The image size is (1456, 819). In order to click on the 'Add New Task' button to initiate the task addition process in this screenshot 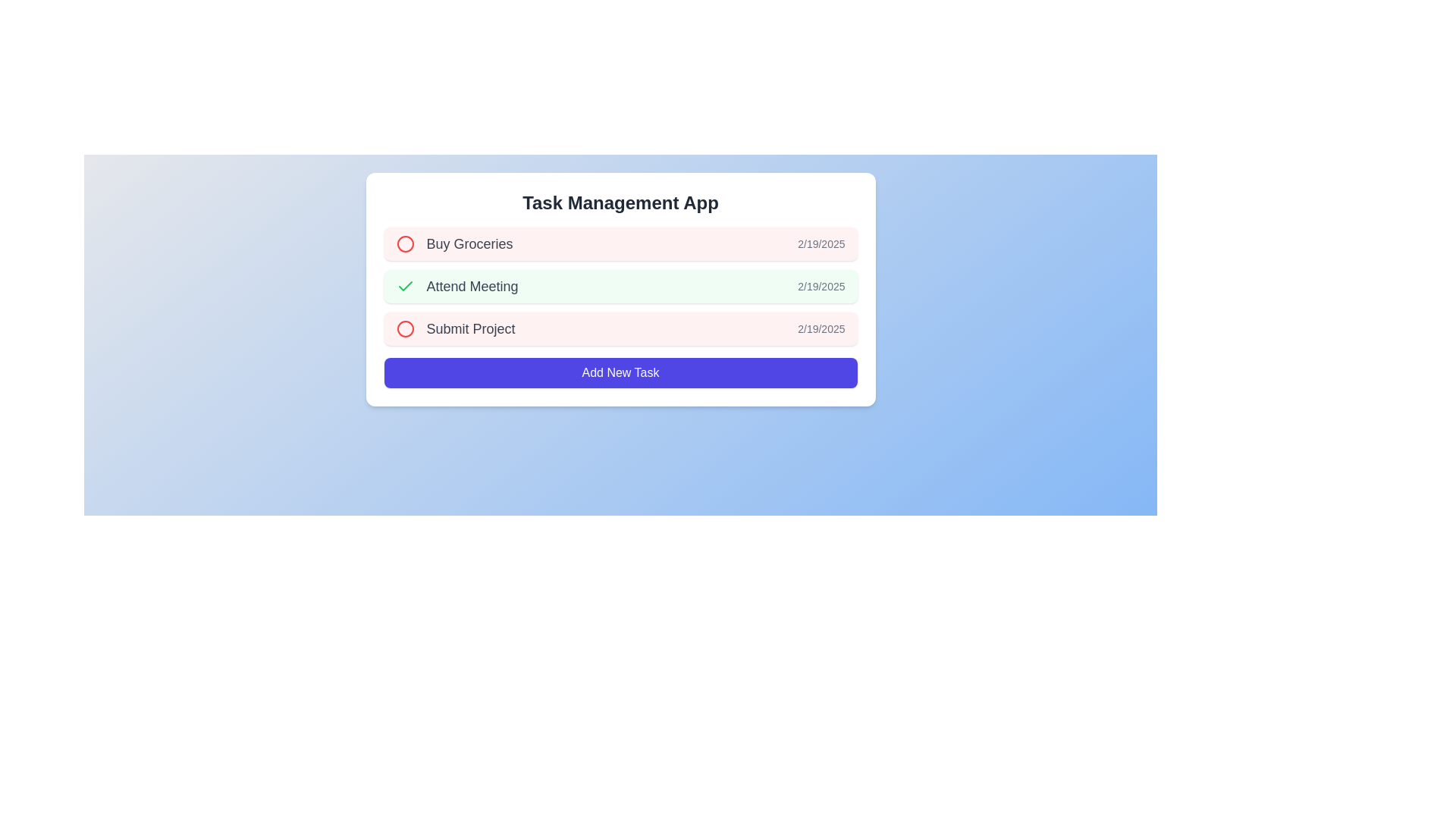, I will do `click(620, 373)`.